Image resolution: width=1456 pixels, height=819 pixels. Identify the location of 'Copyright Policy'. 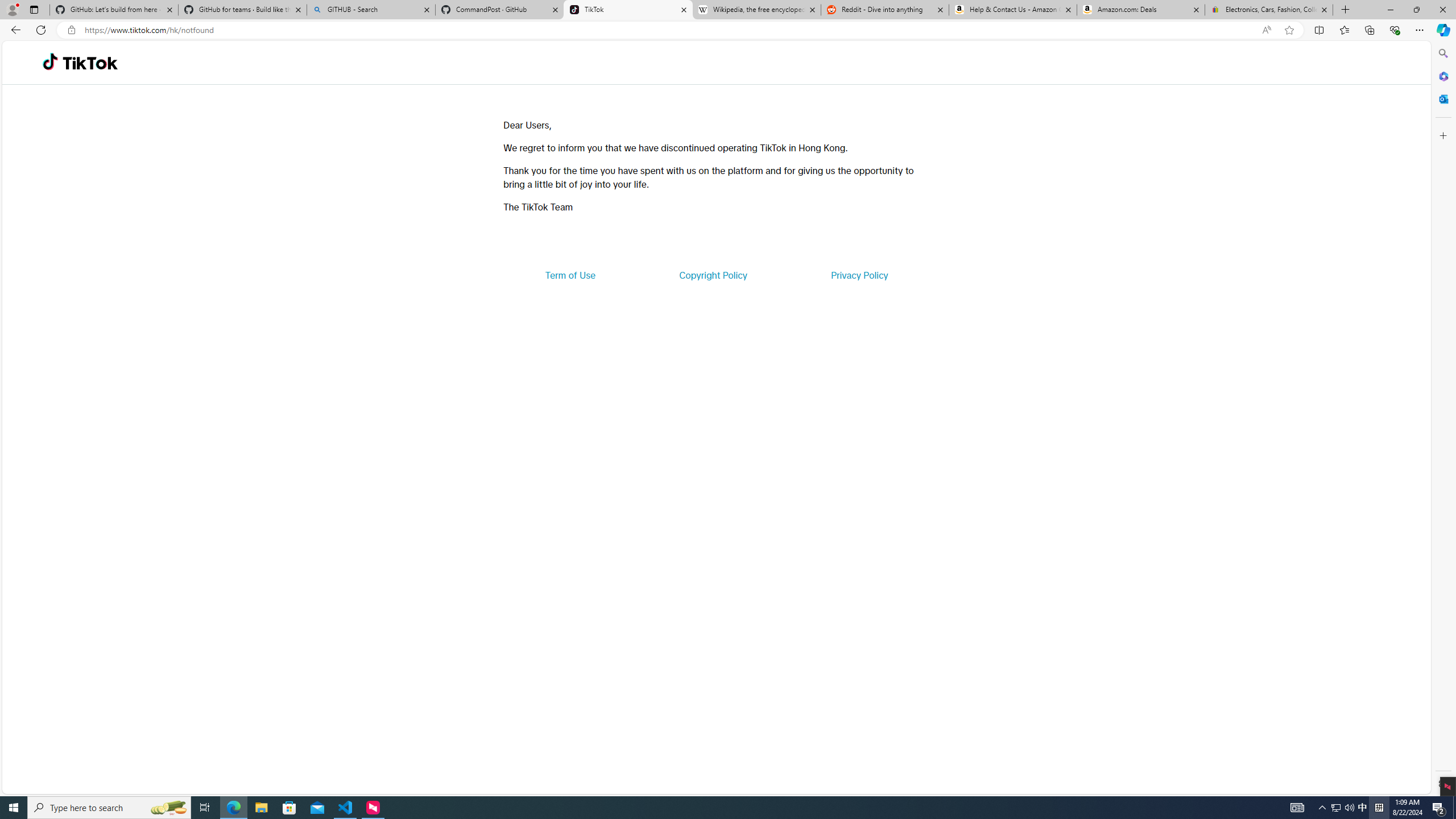
(712, 274).